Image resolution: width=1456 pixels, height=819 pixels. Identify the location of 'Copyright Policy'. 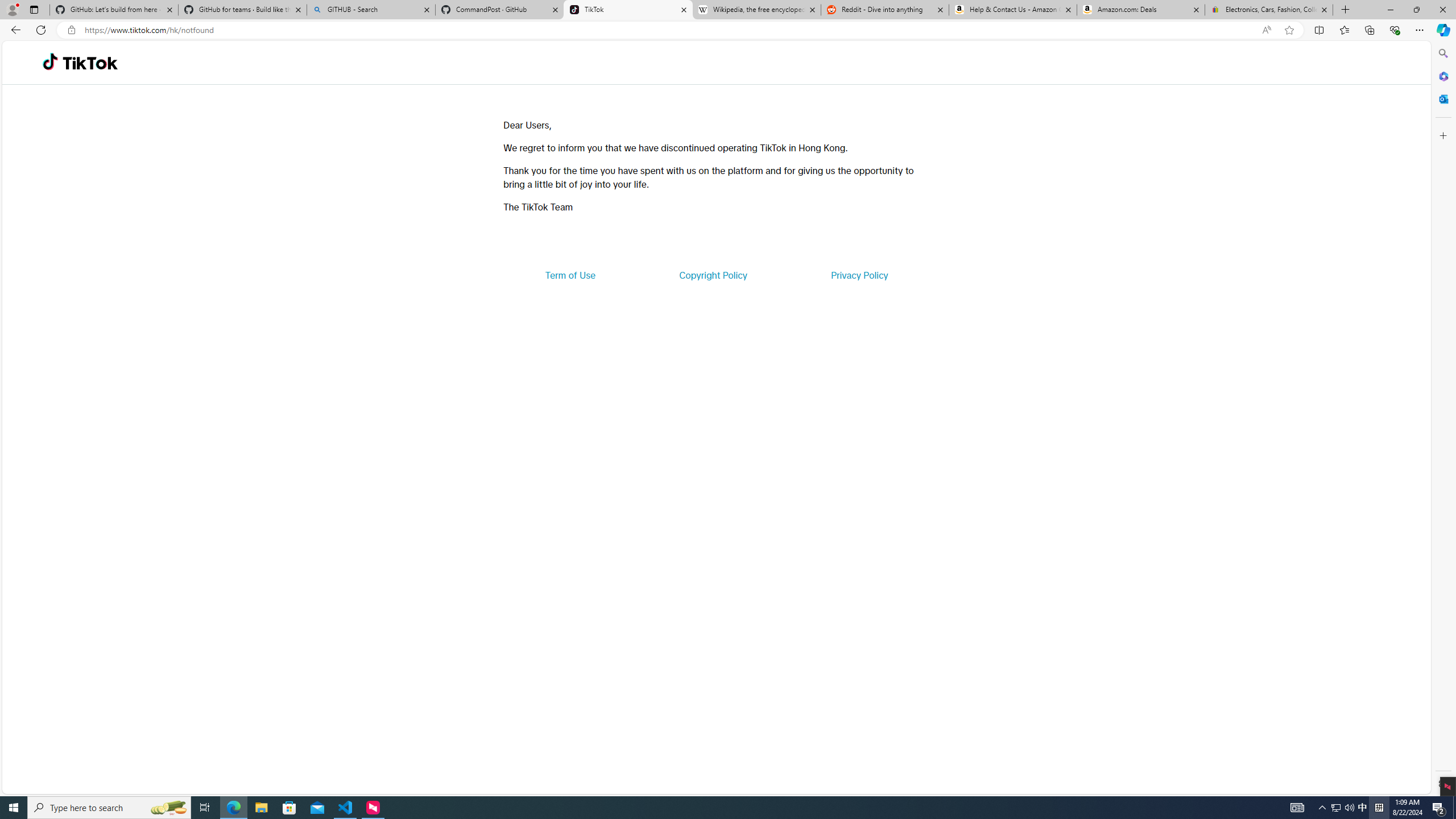
(712, 274).